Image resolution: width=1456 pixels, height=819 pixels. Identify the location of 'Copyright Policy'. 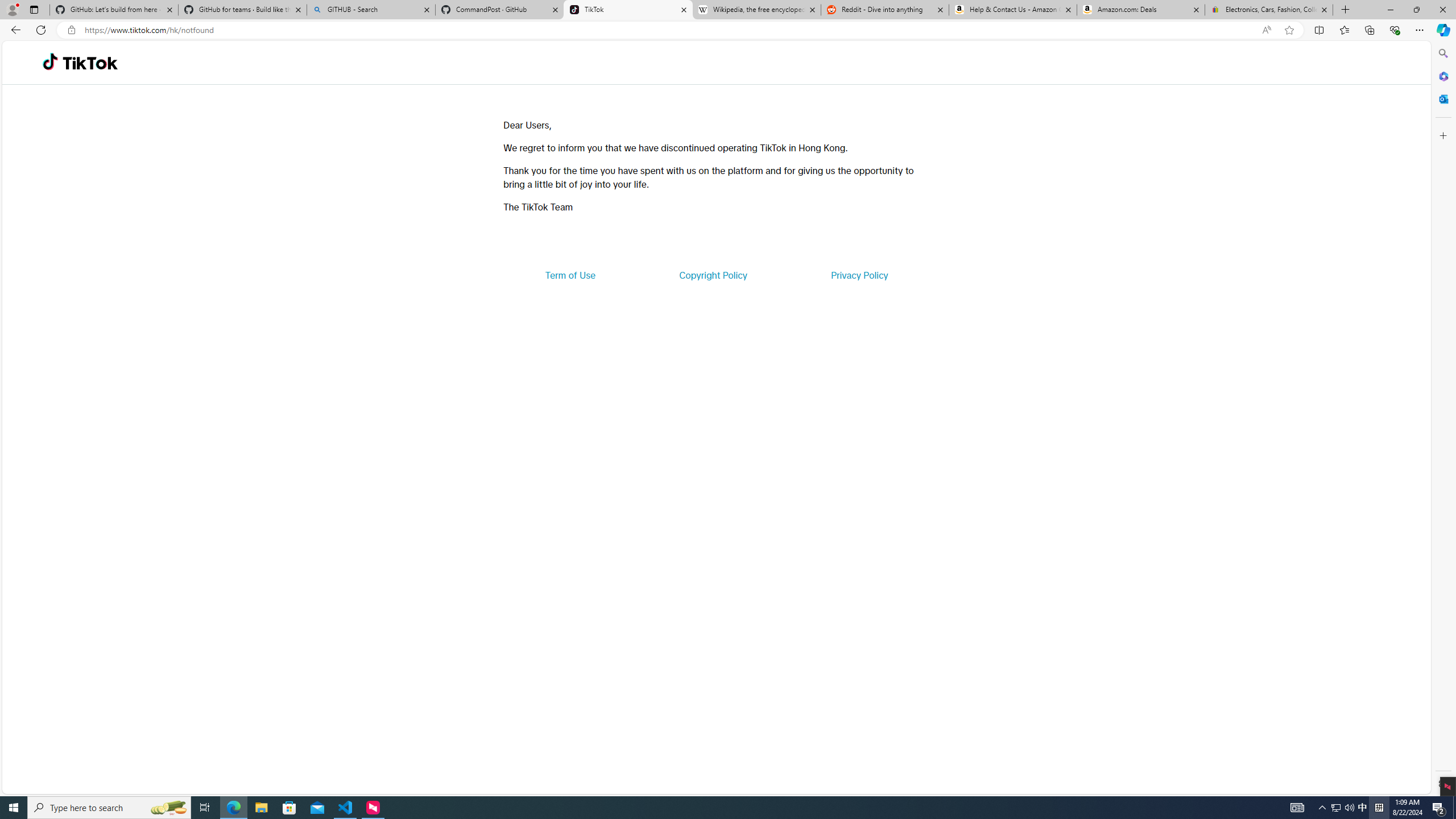
(712, 274).